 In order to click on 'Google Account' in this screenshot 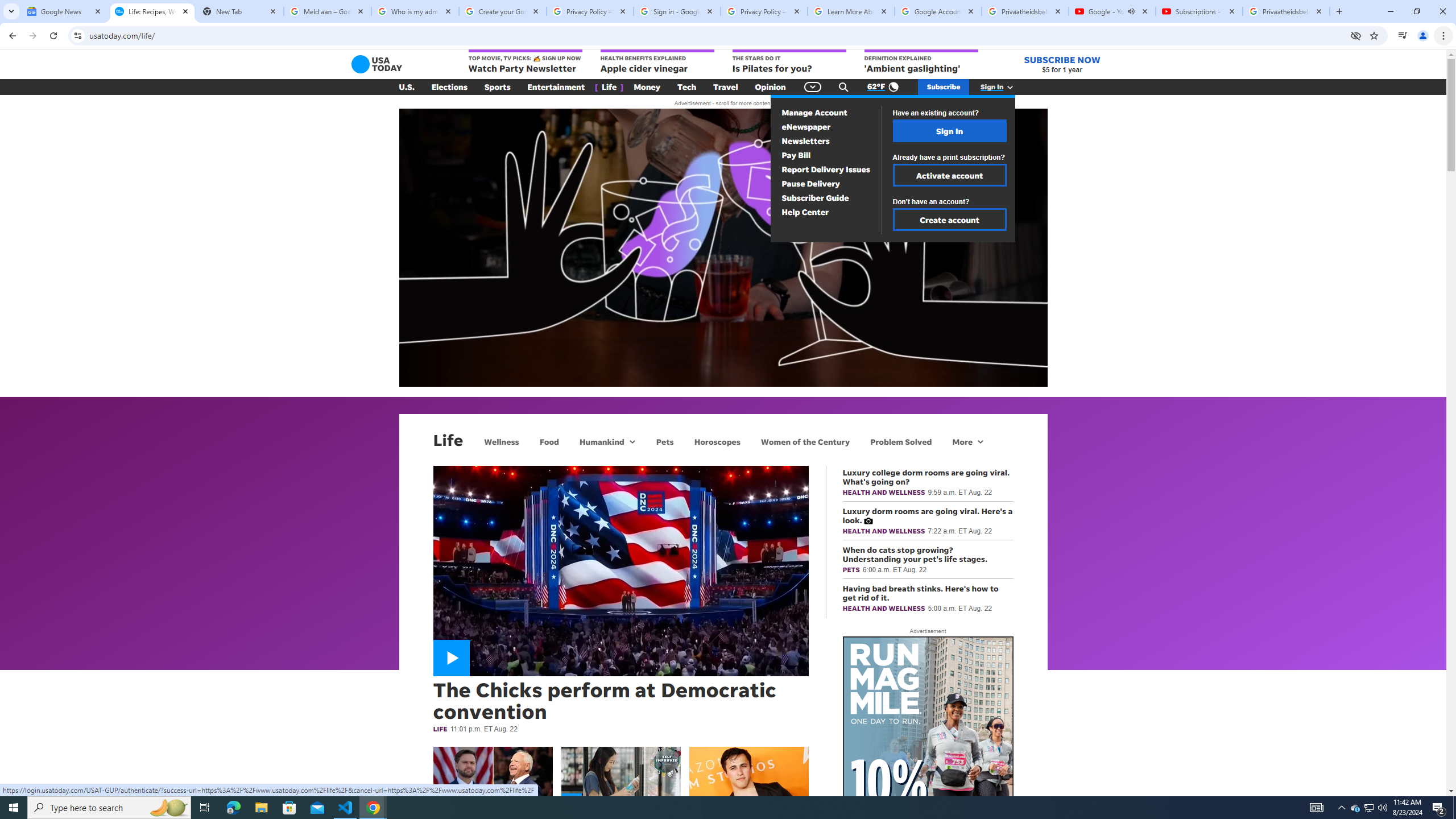, I will do `click(937, 11)`.